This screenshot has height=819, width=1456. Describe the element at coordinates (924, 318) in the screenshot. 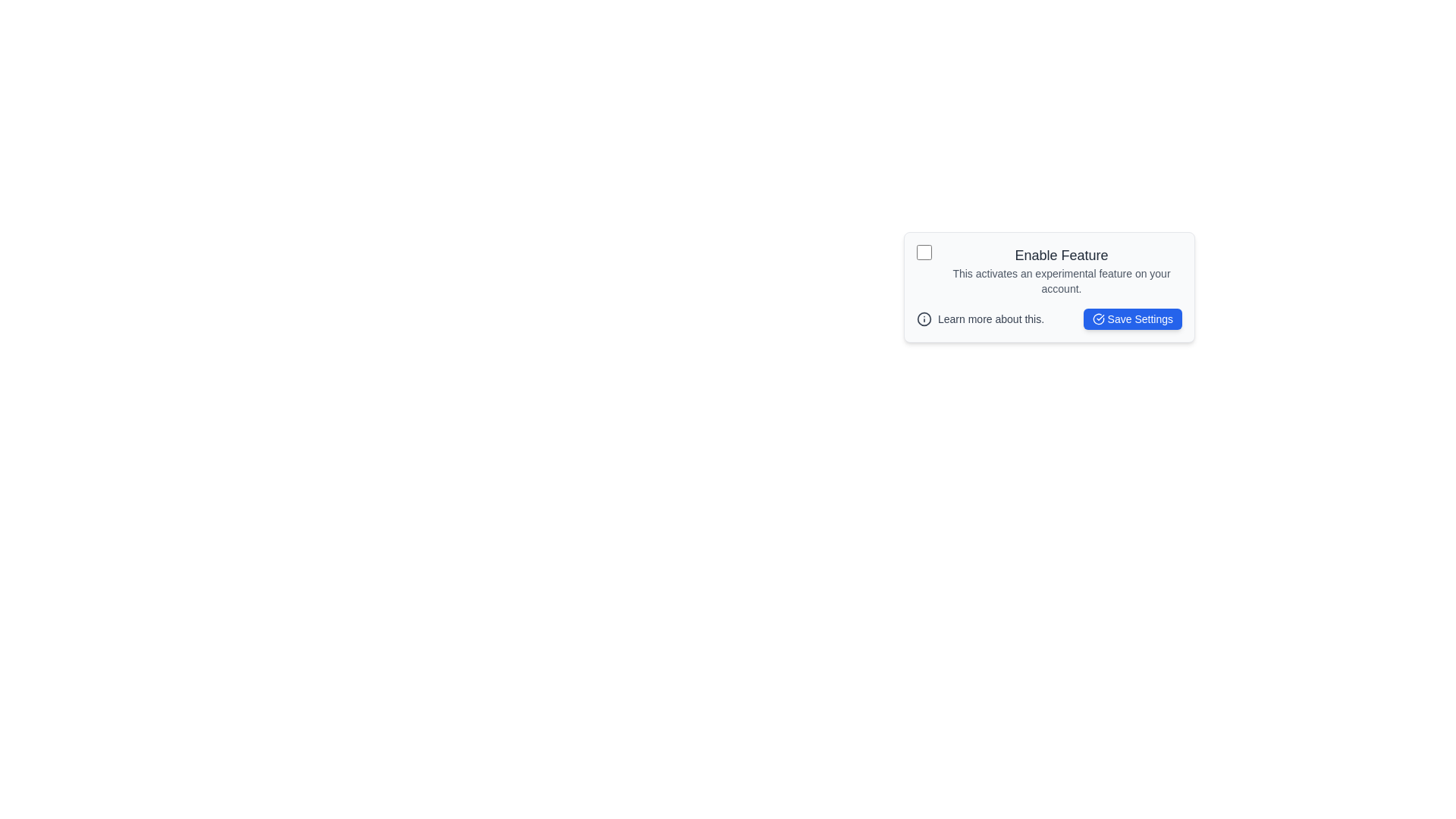

I see `the circular icon with an 'i' symbol, which is located to the left of the text 'Learn more about this.'` at that location.